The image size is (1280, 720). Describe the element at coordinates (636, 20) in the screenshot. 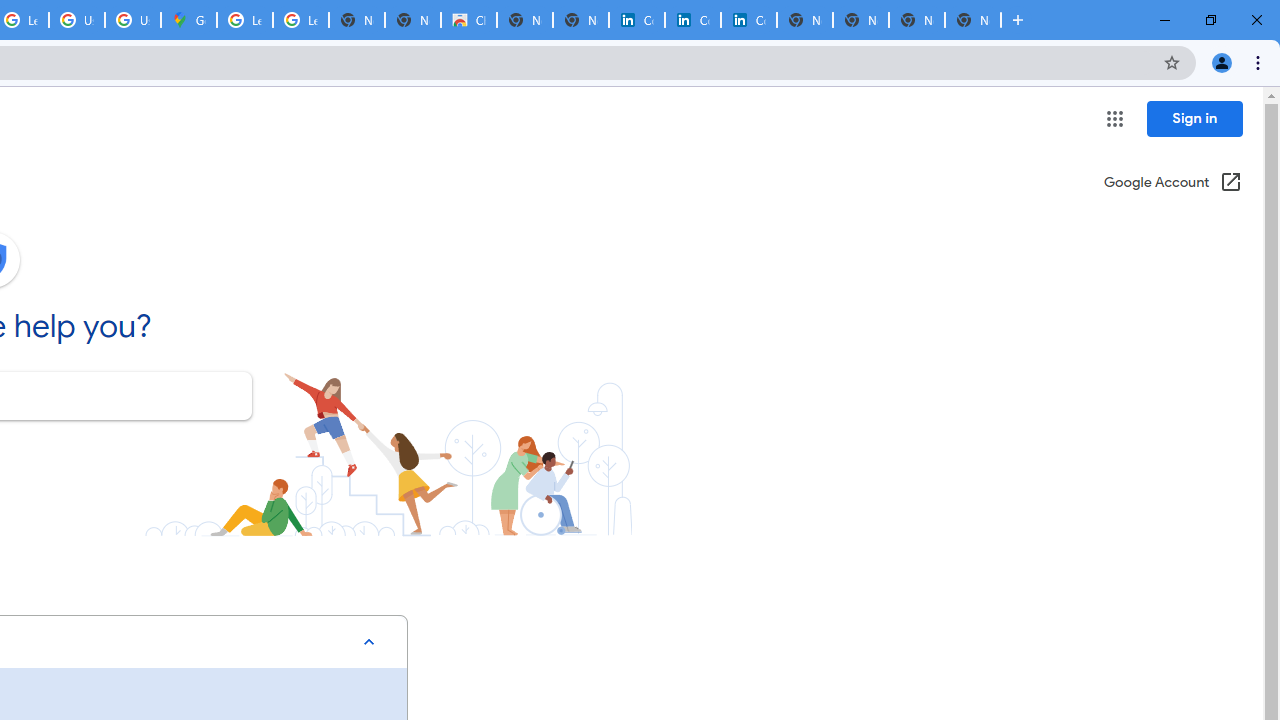

I see `'Cookie Policy | LinkedIn'` at that location.